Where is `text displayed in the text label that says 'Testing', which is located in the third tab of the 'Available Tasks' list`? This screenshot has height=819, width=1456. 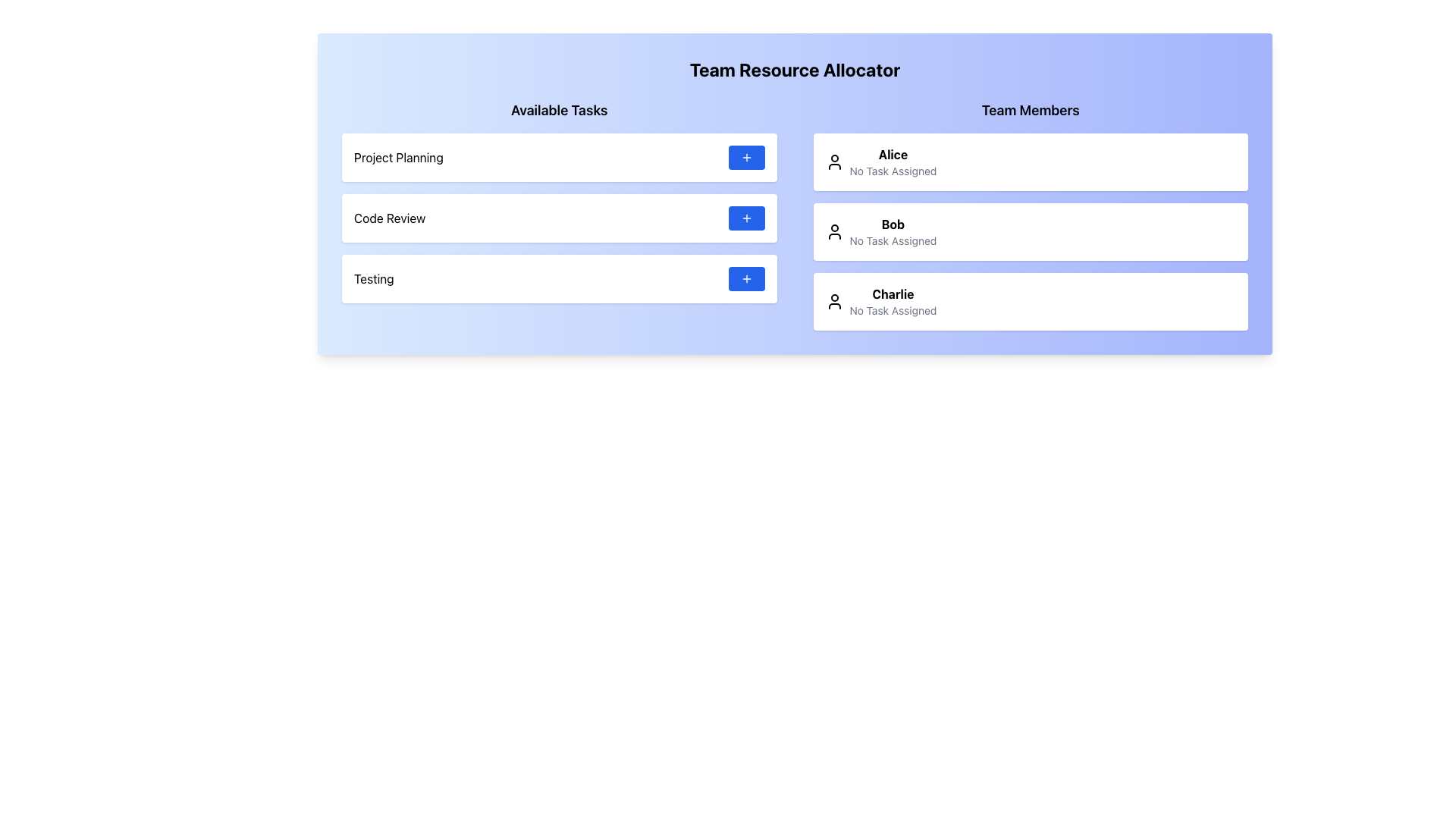
text displayed in the text label that says 'Testing', which is located in the third tab of the 'Available Tasks' list is located at coordinates (374, 278).